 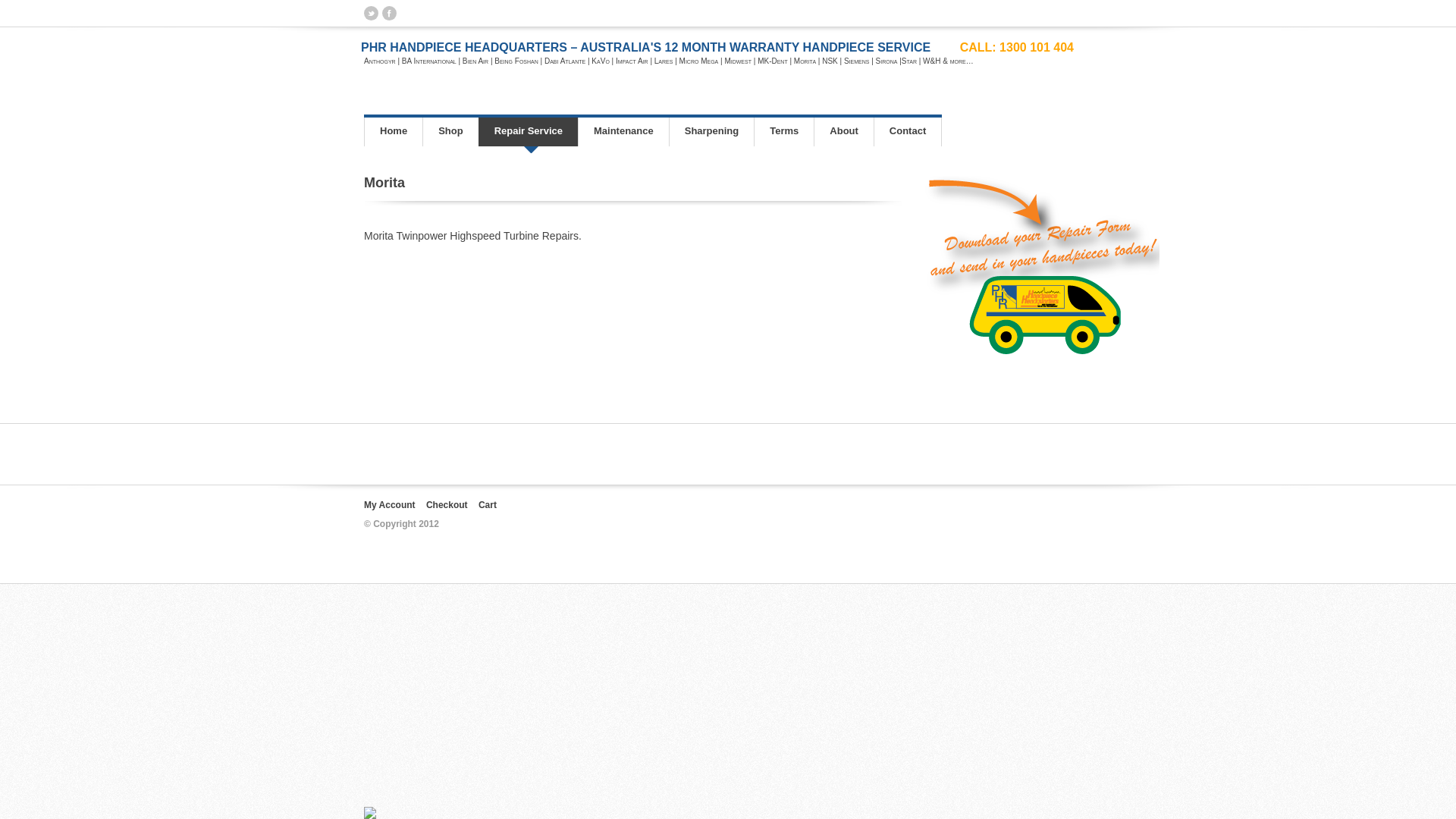 What do you see at coordinates (422, 130) in the screenshot?
I see `'Shop'` at bounding box center [422, 130].